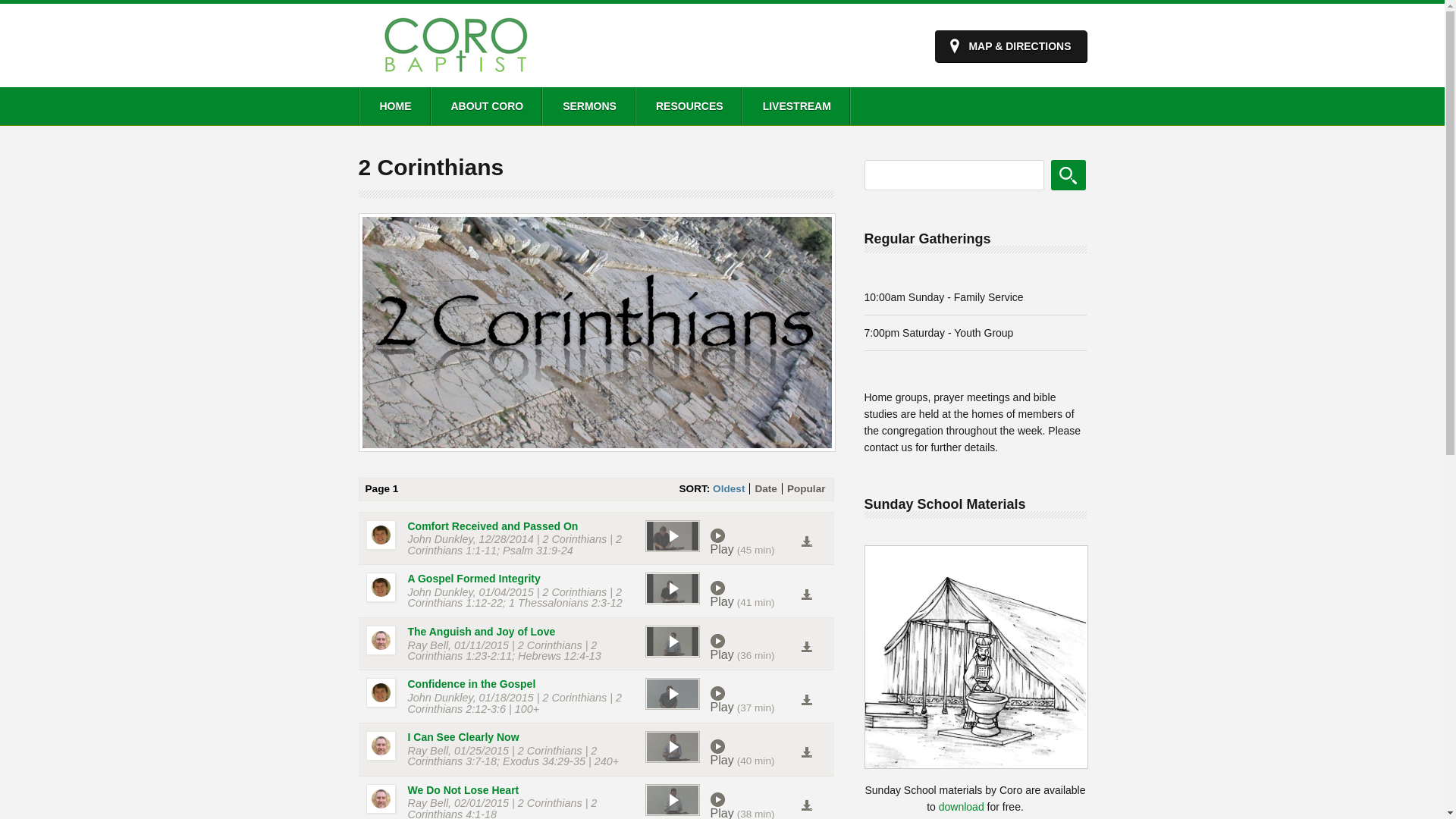 The image size is (1456, 819). I want to click on 'Play(41 min)', so click(755, 593).